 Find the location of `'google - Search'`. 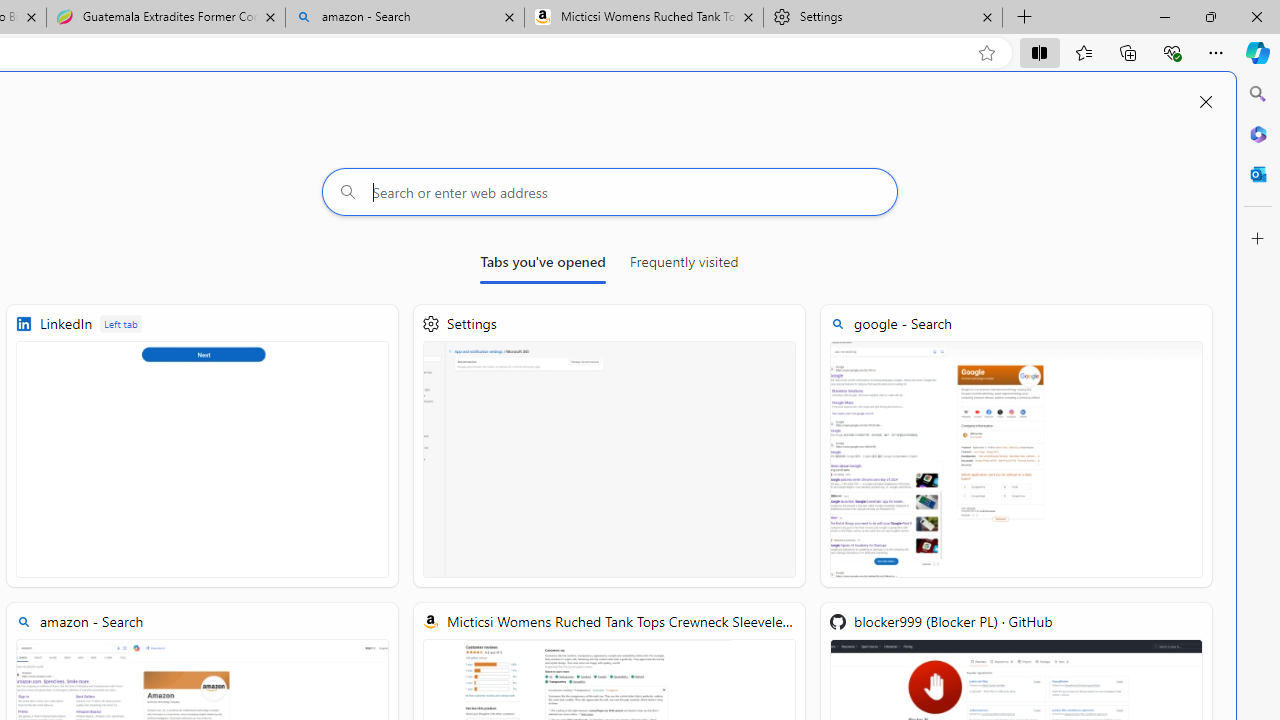

'google - Search' is located at coordinates (1016, 445).